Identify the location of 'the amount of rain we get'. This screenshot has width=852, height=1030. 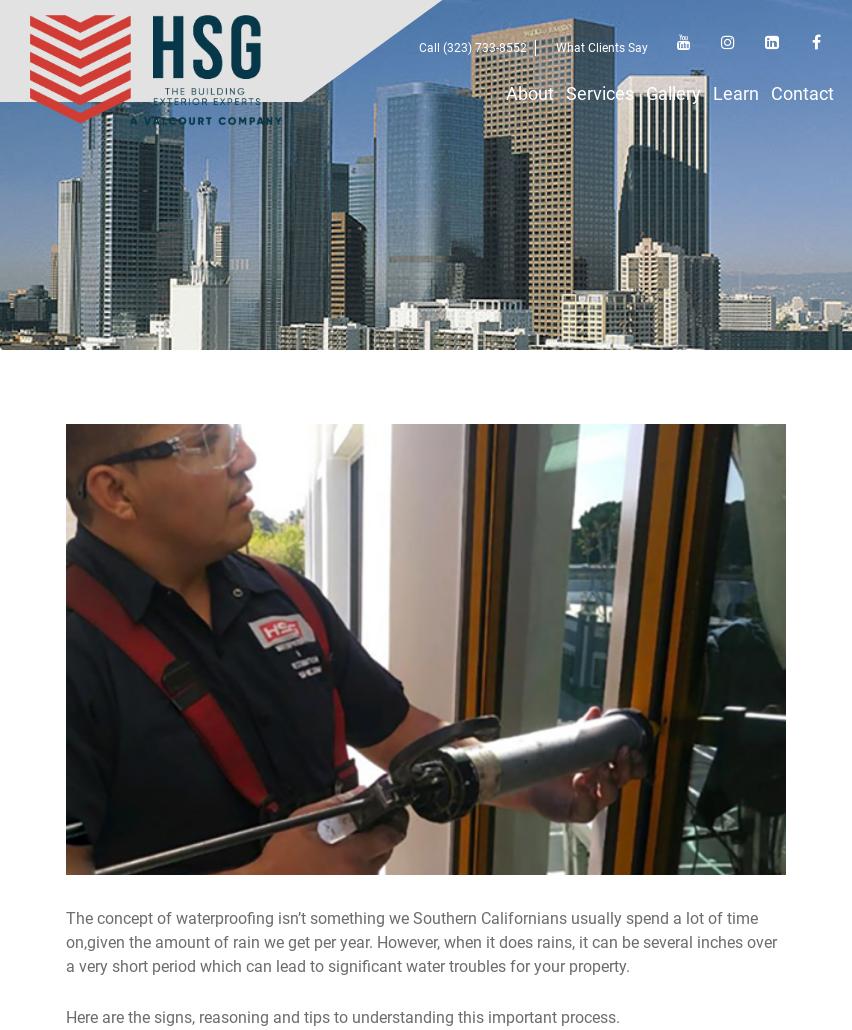
(220, 942).